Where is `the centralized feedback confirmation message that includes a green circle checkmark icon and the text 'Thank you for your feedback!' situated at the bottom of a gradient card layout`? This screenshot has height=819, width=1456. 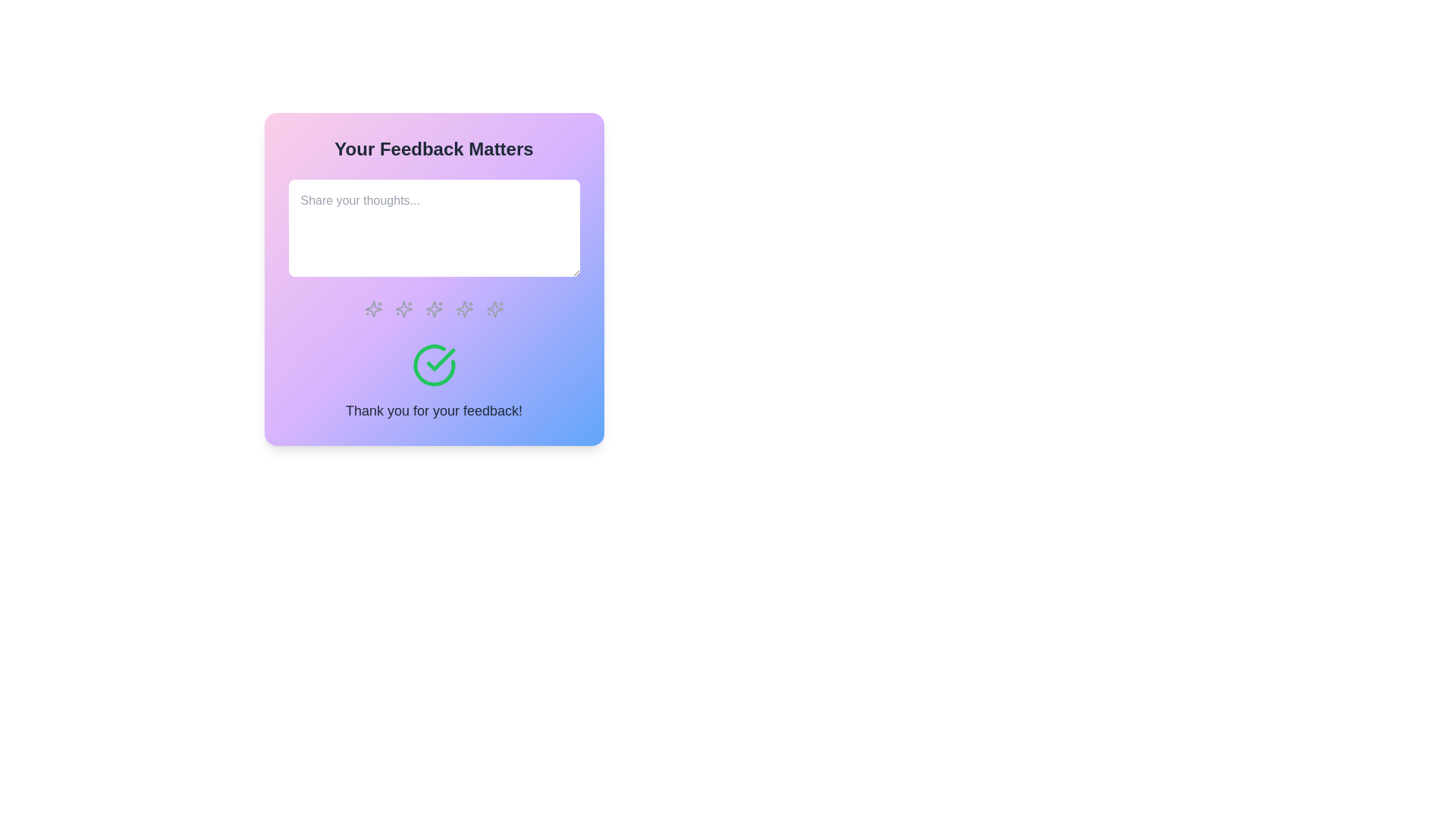 the centralized feedback confirmation message that includes a green circle checkmark icon and the text 'Thank you for your feedback!' situated at the bottom of a gradient card layout is located at coordinates (433, 381).